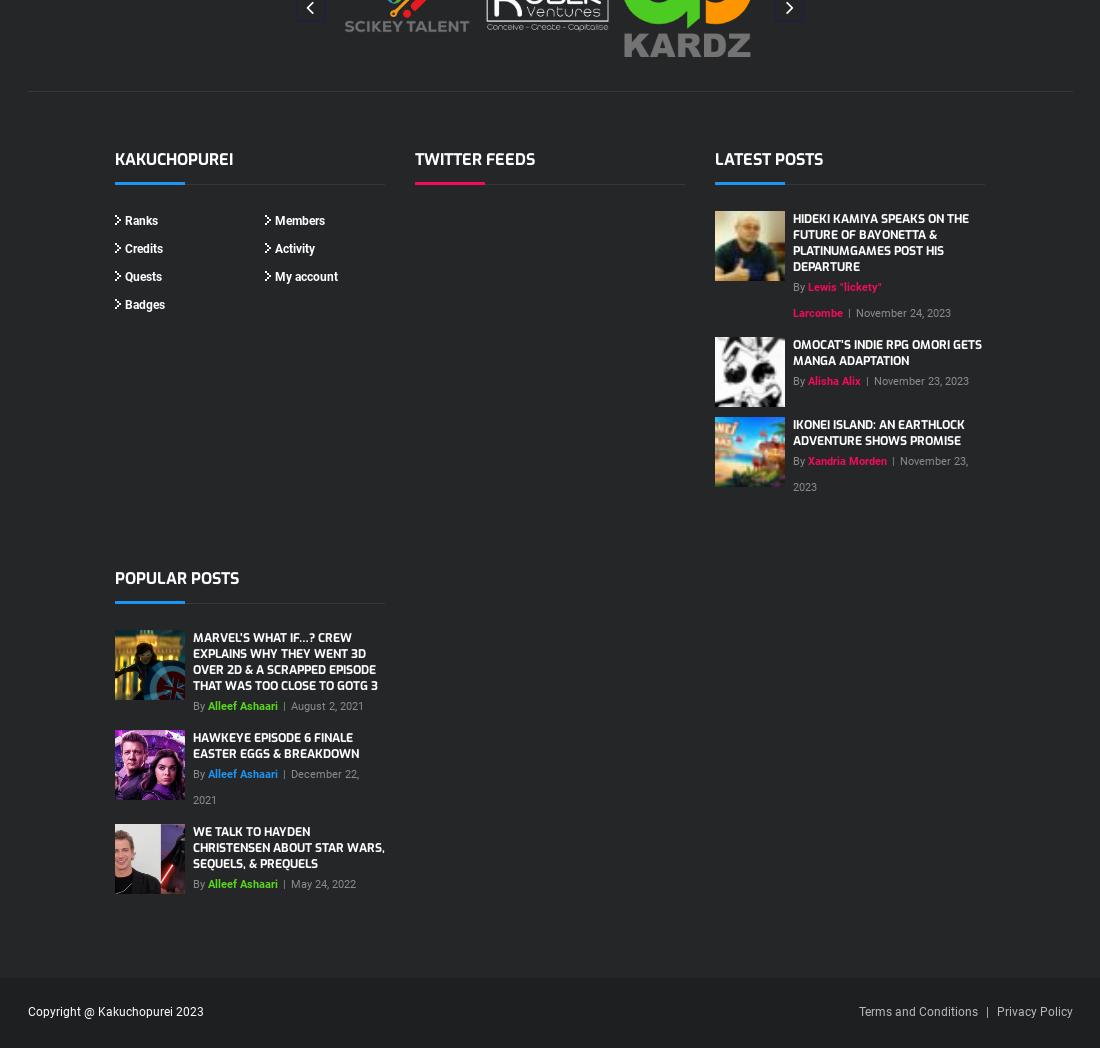 Image resolution: width=1100 pixels, height=1048 pixels. Describe the element at coordinates (326, 704) in the screenshot. I see `'August 2, 2021'` at that location.